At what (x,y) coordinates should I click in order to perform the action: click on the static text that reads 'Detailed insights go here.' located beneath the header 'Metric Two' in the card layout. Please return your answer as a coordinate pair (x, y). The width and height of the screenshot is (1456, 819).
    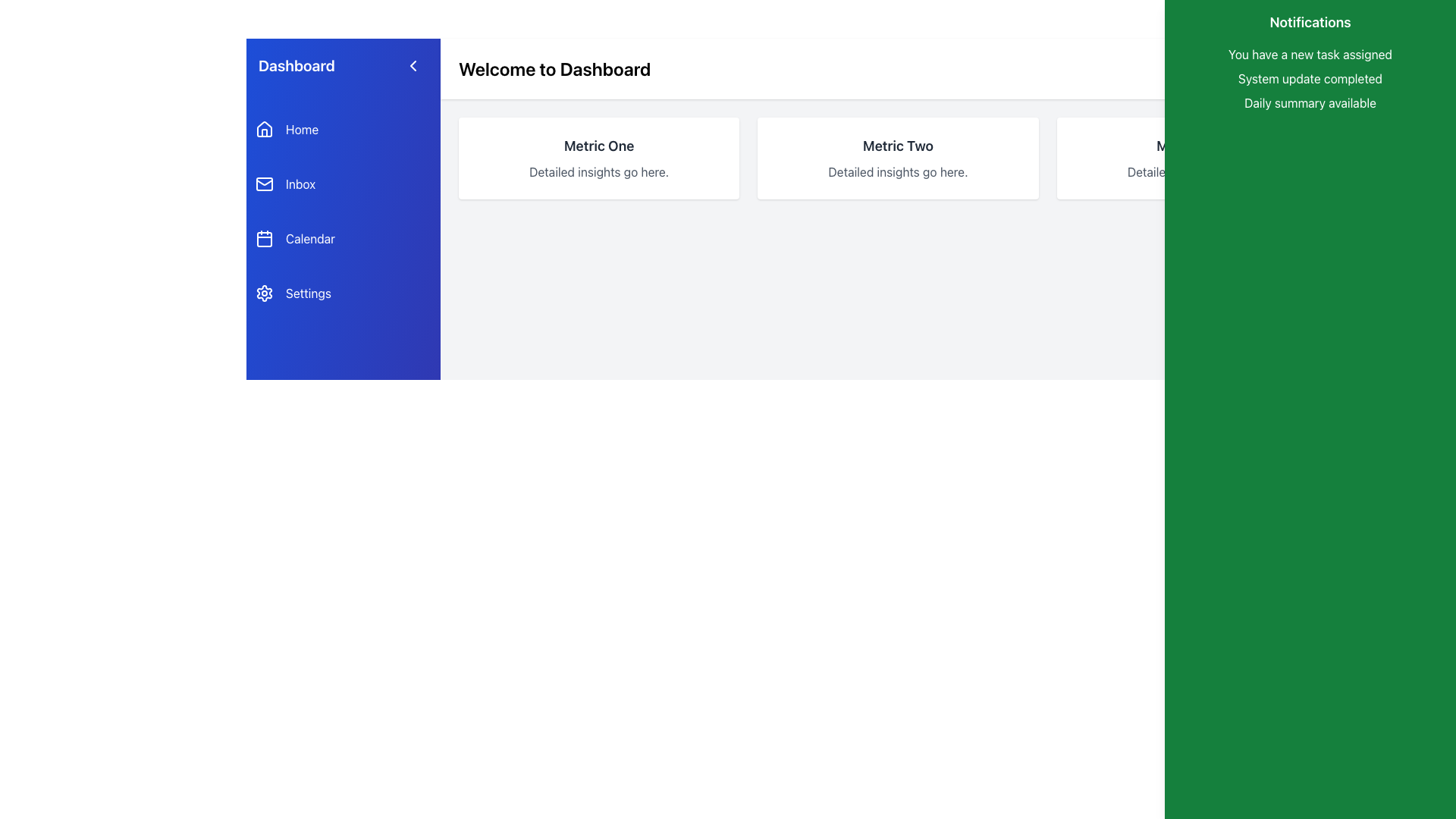
    Looking at the image, I should click on (898, 171).